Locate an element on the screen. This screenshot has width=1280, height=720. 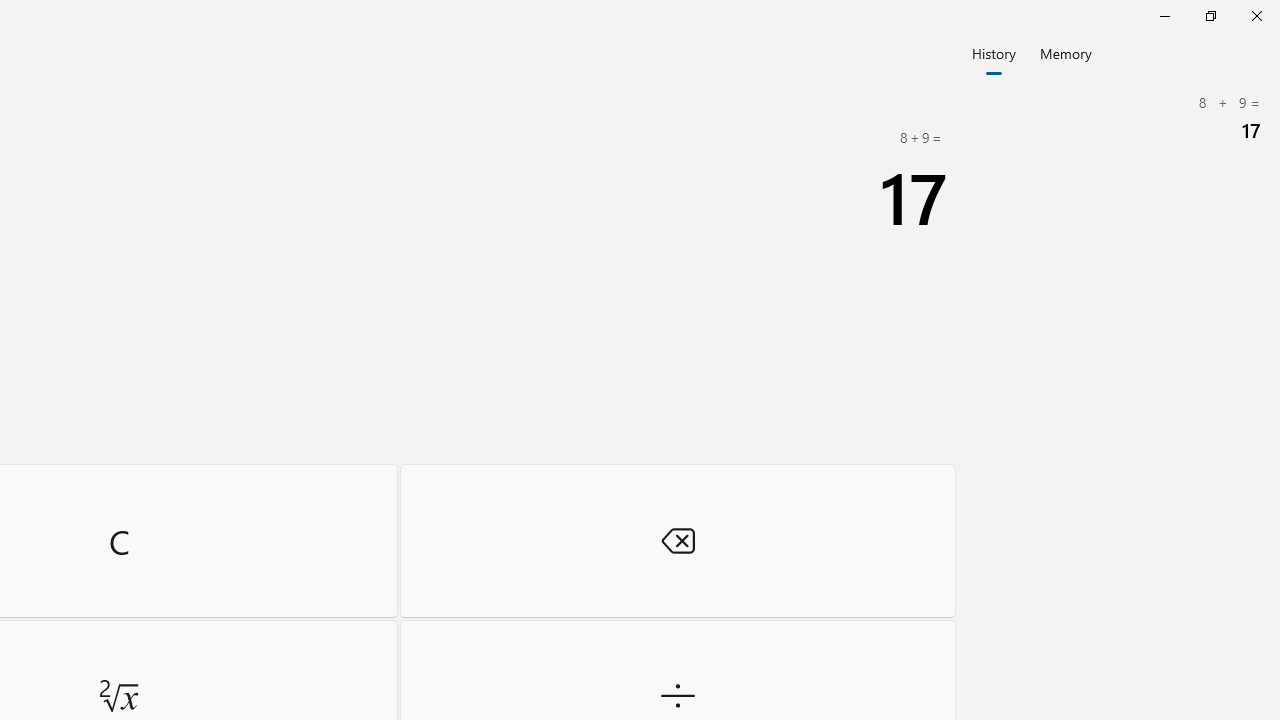
'History' is located at coordinates (993, 51).